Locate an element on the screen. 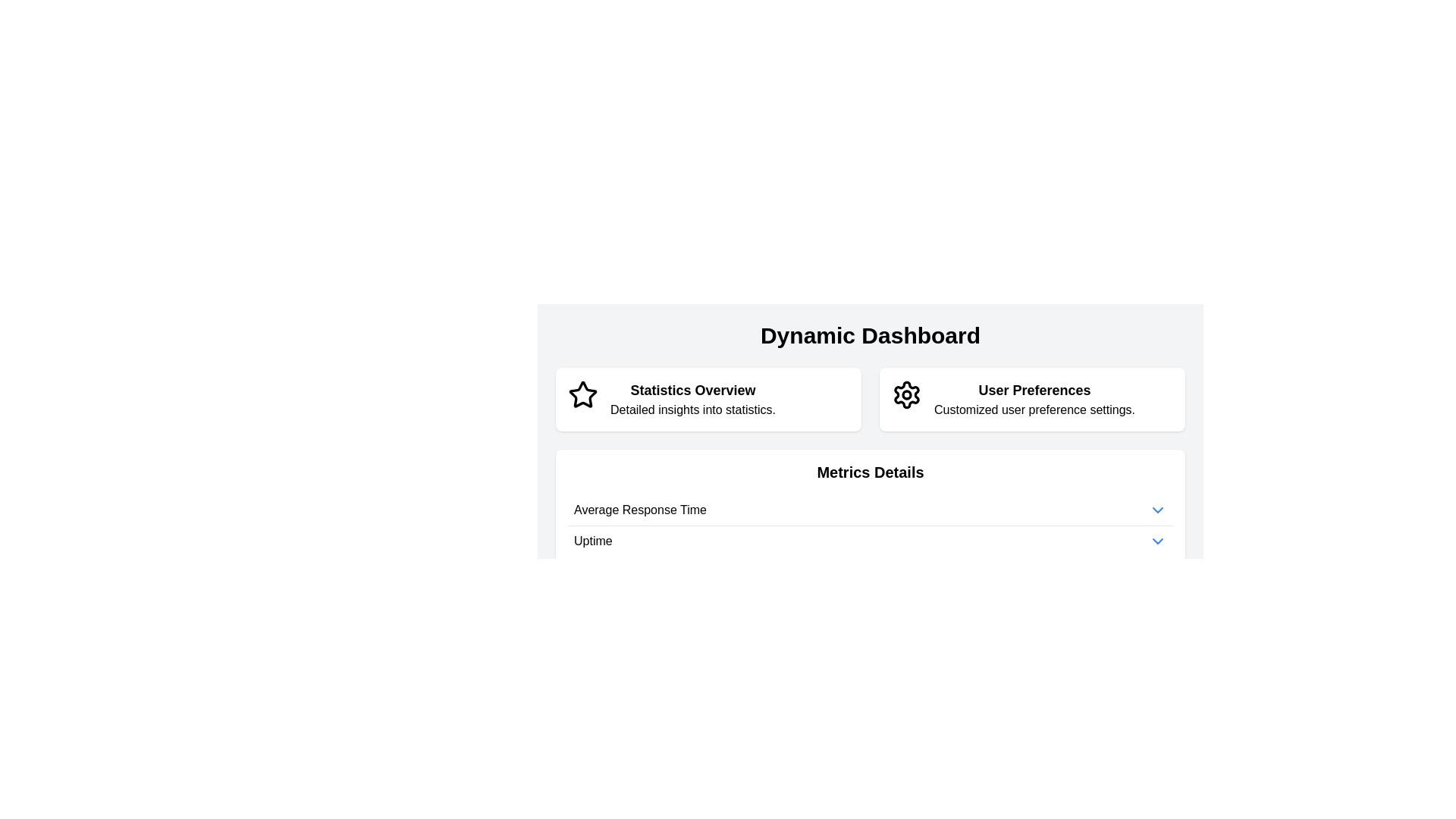  the static text label displaying 'Customized user preference settings.' located below 'User Preferences' in the right section of the Dynamic Dashboard is located at coordinates (1034, 409).